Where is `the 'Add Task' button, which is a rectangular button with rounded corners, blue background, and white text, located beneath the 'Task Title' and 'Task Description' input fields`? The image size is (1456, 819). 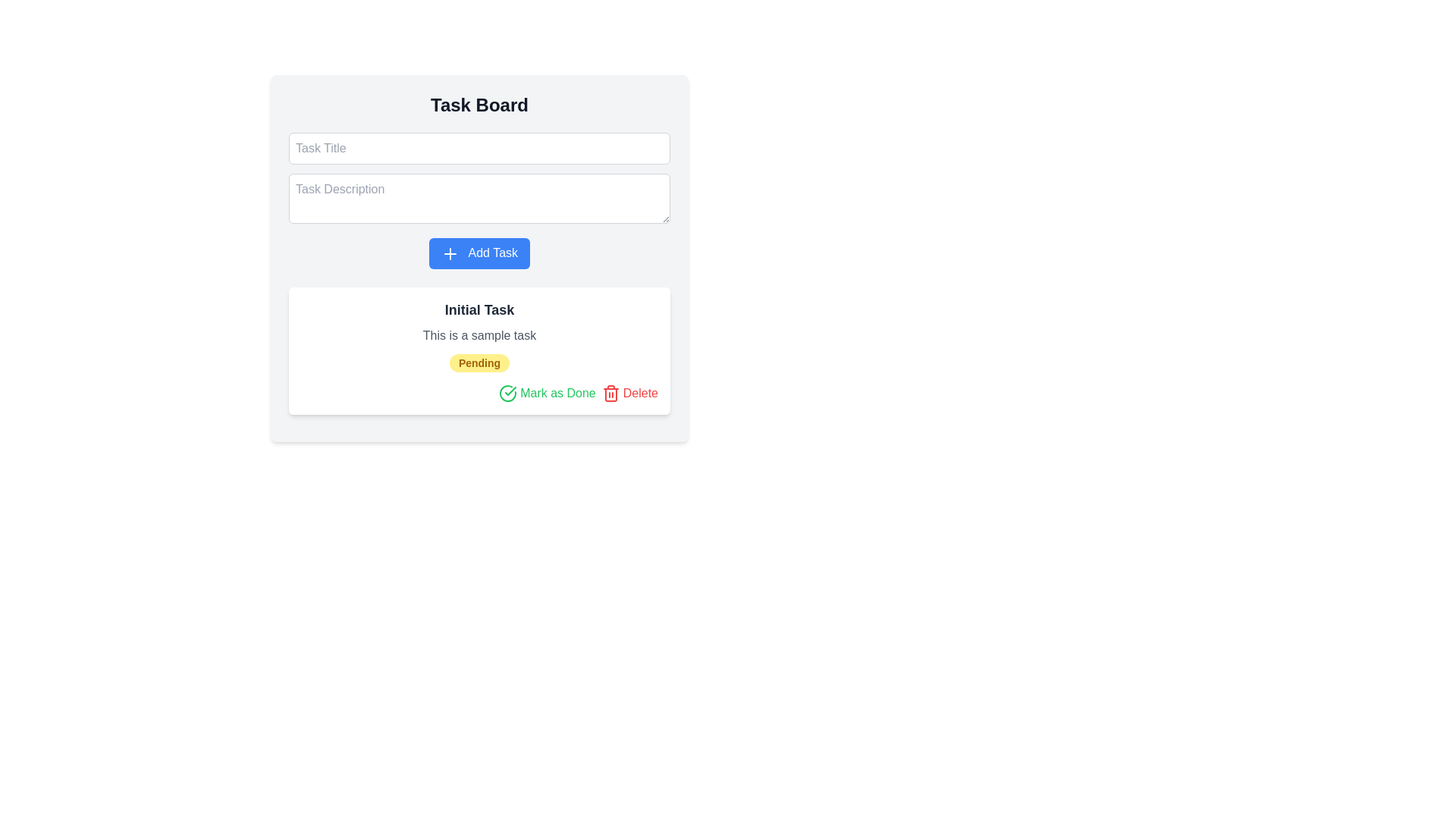 the 'Add Task' button, which is a rectangular button with rounded corners, blue background, and white text, located beneath the 'Task Title' and 'Task Description' input fields is located at coordinates (479, 253).